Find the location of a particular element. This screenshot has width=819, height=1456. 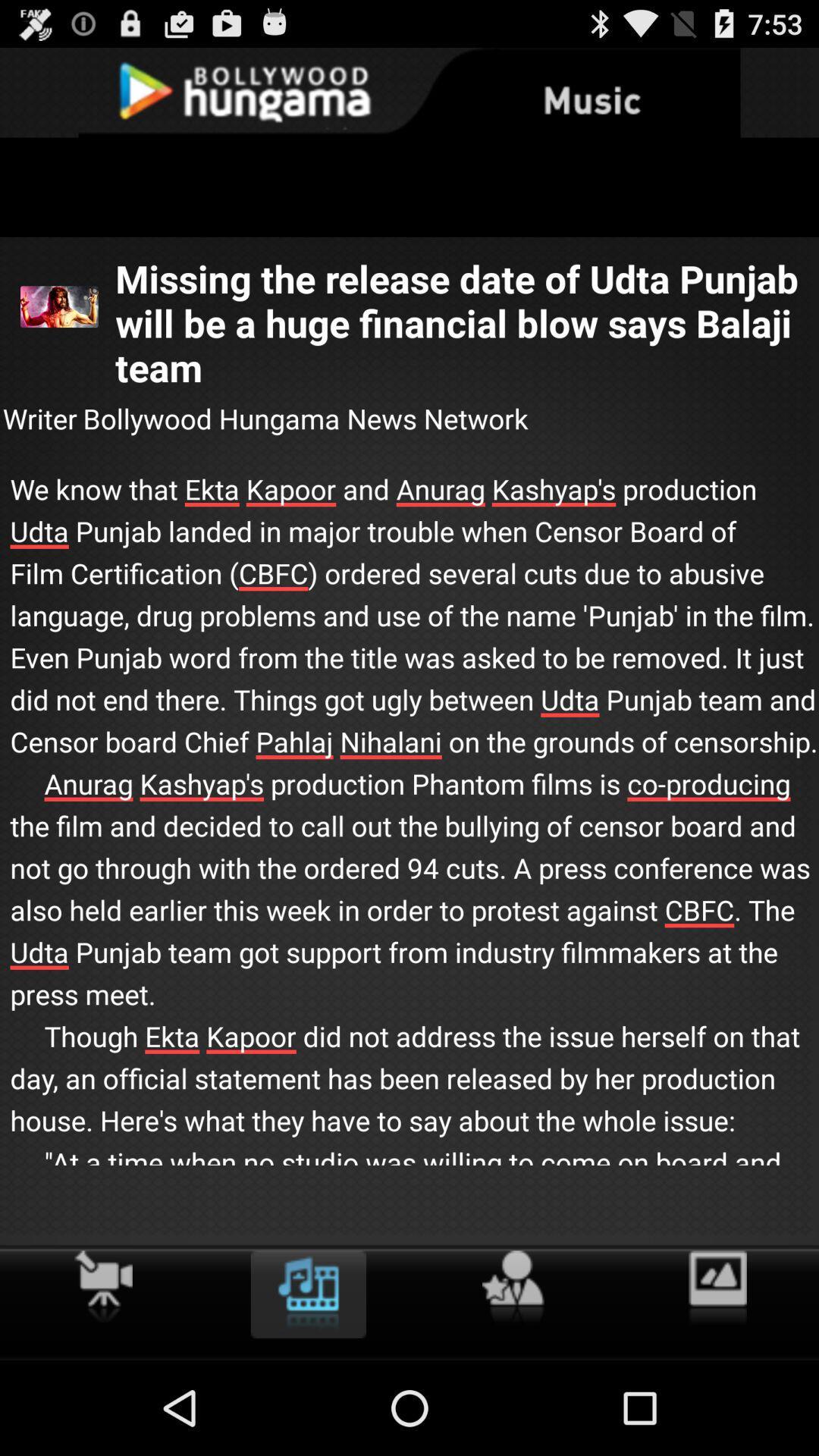

a place to view the media component of the project is located at coordinates (307, 1294).